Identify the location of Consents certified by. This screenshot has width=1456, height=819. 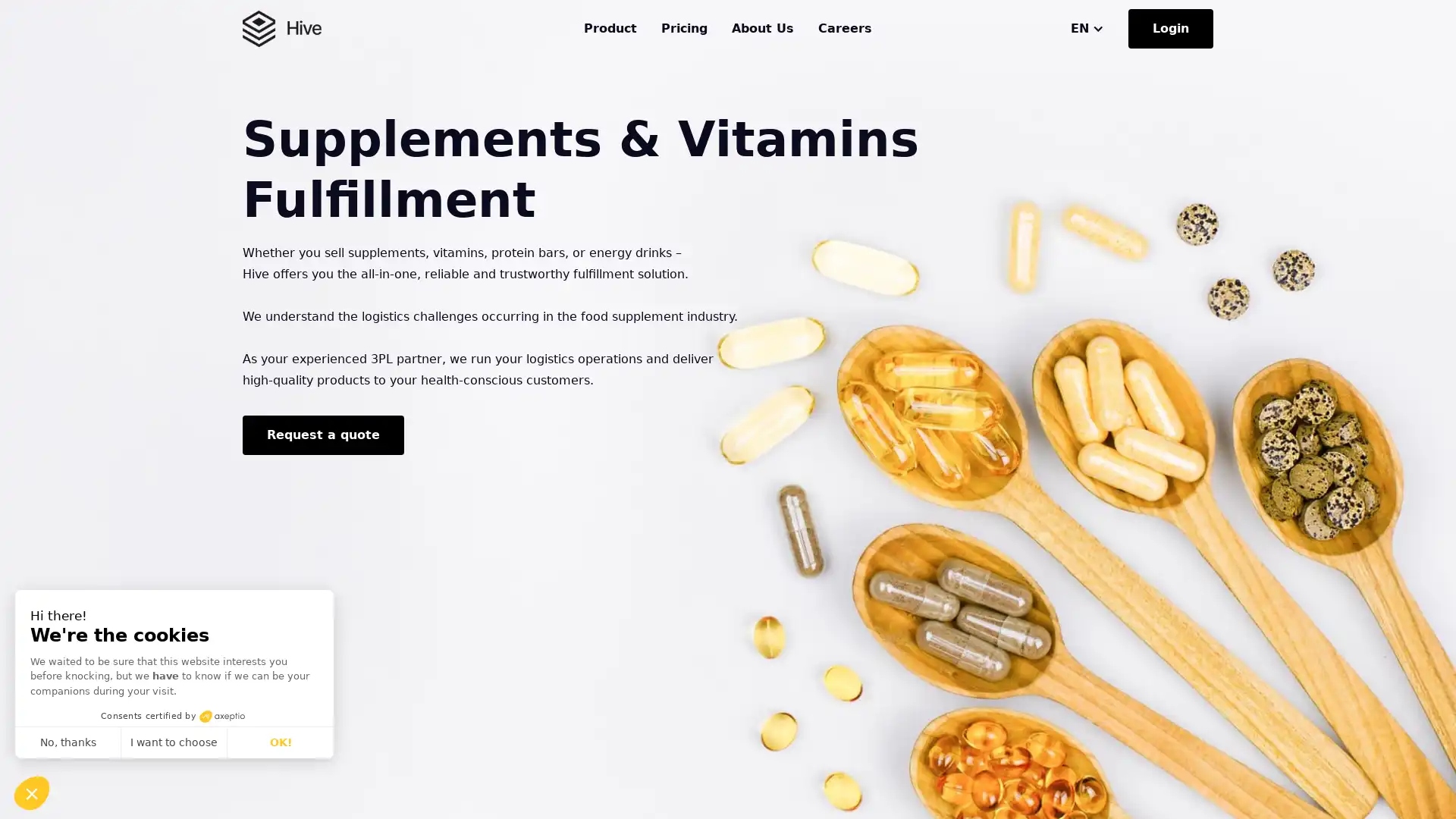
(174, 716).